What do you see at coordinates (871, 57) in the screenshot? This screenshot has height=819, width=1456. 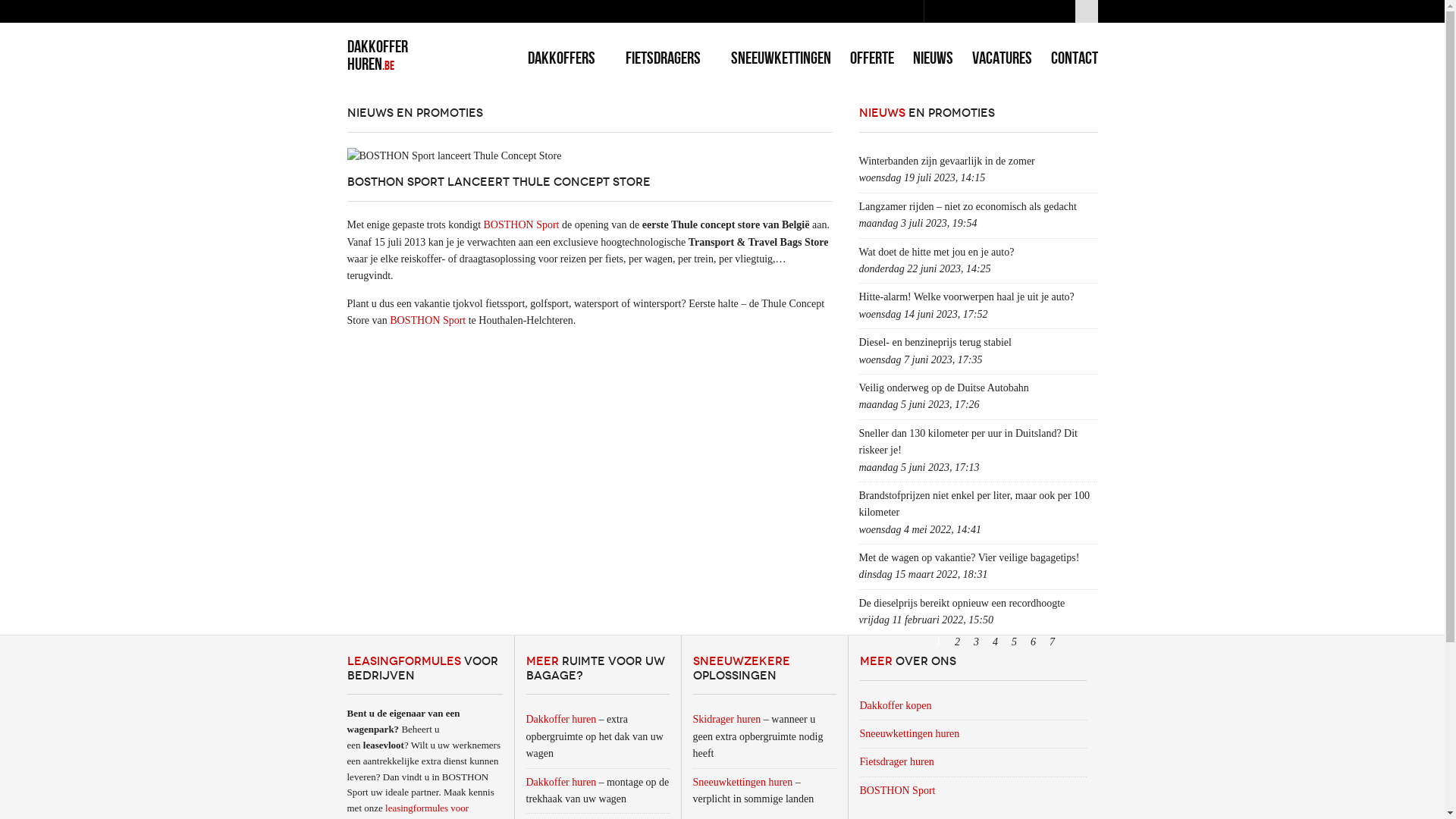 I see `'OFFERTE'` at bounding box center [871, 57].